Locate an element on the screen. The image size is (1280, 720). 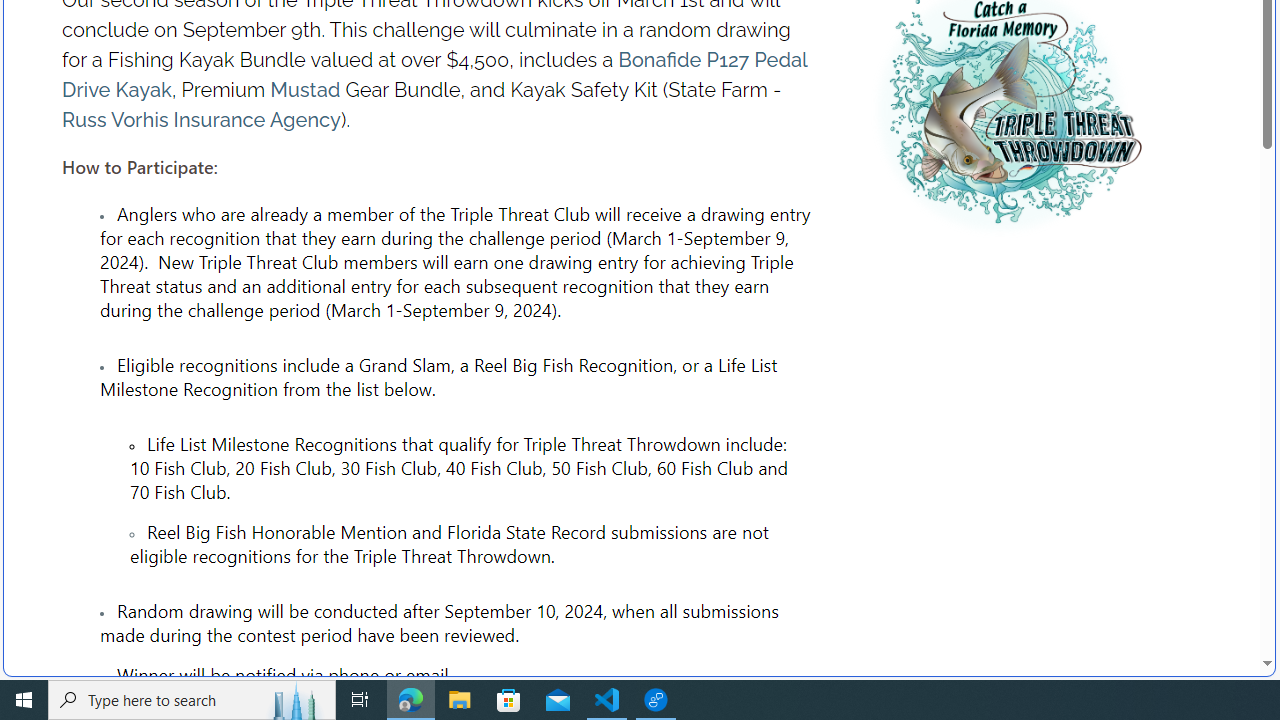
'Bonafide' is located at coordinates (659, 59).